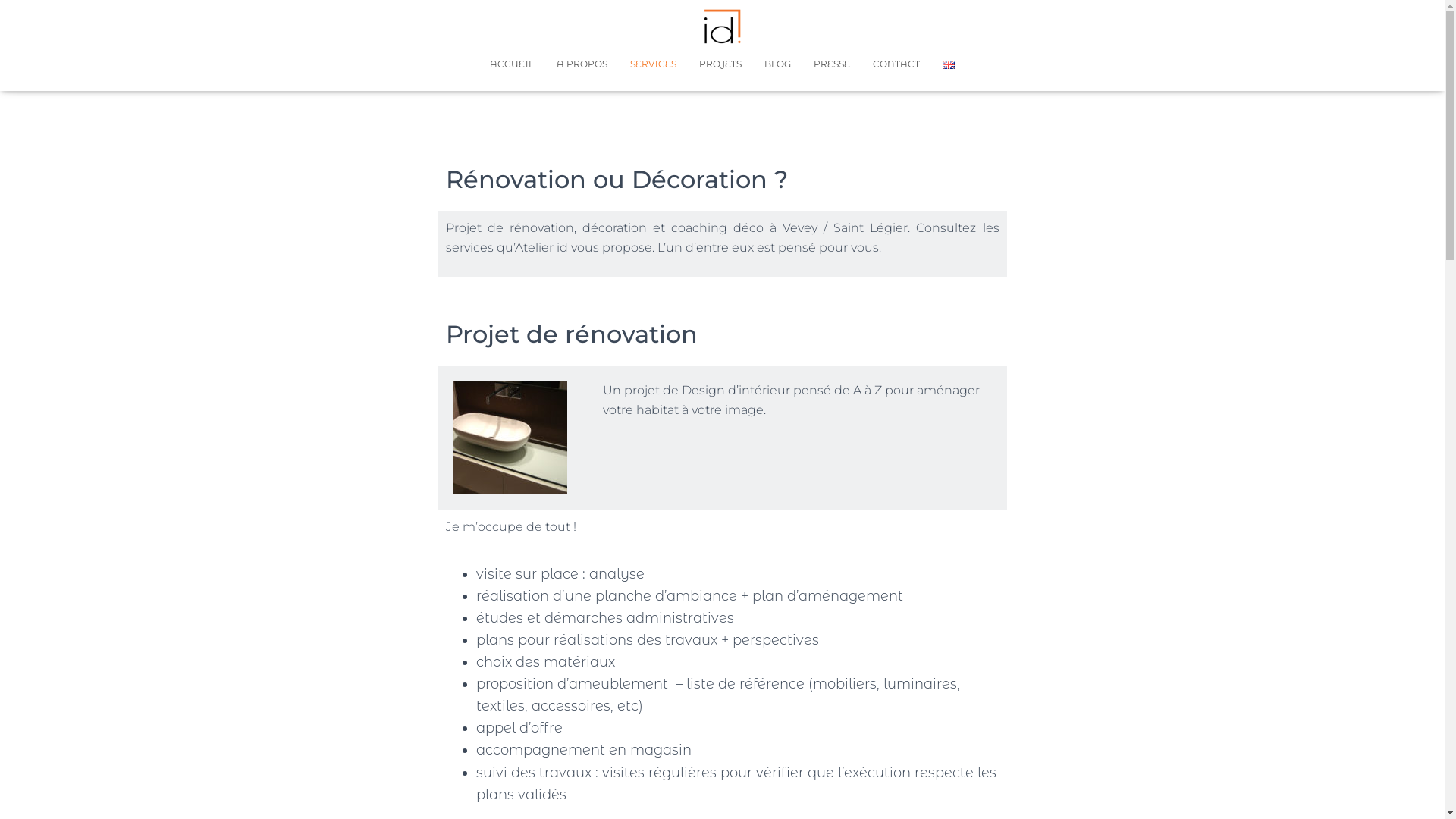  What do you see at coordinates (831, 63) in the screenshot?
I see `'PRESSE'` at bounding box center [831, 63].